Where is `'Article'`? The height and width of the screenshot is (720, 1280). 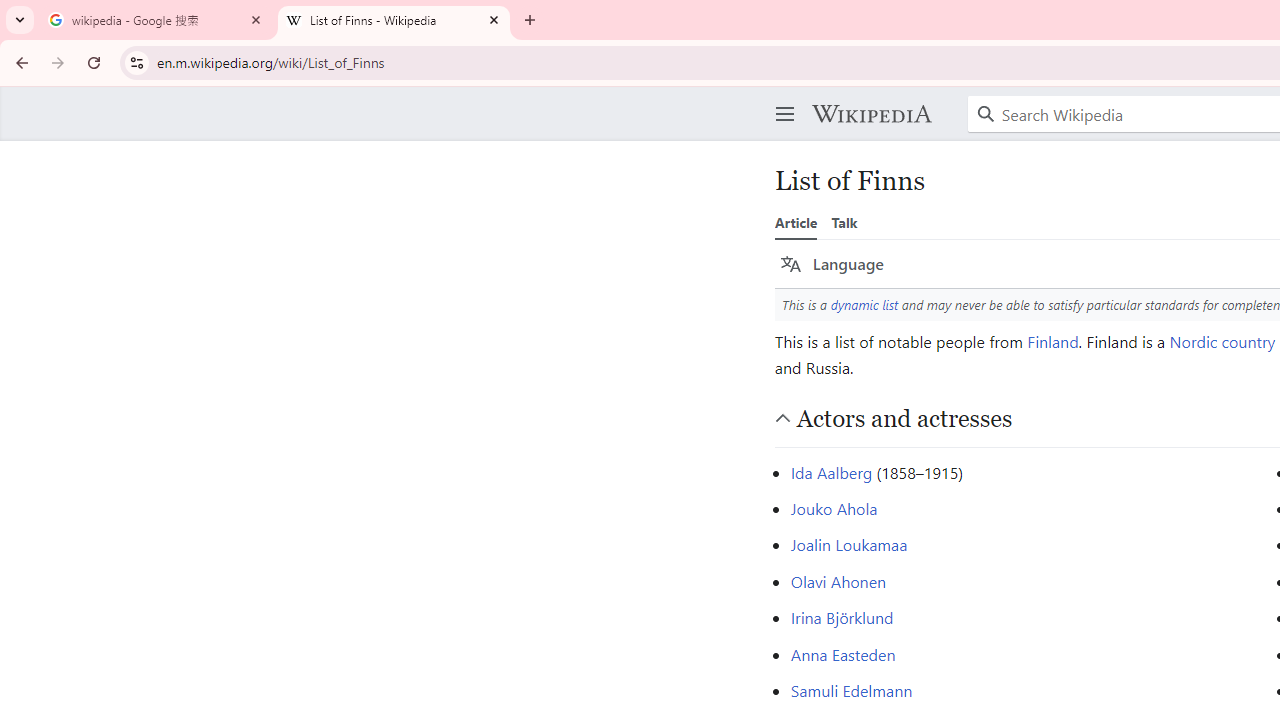 'Article' is located at coordinates (795, 222).